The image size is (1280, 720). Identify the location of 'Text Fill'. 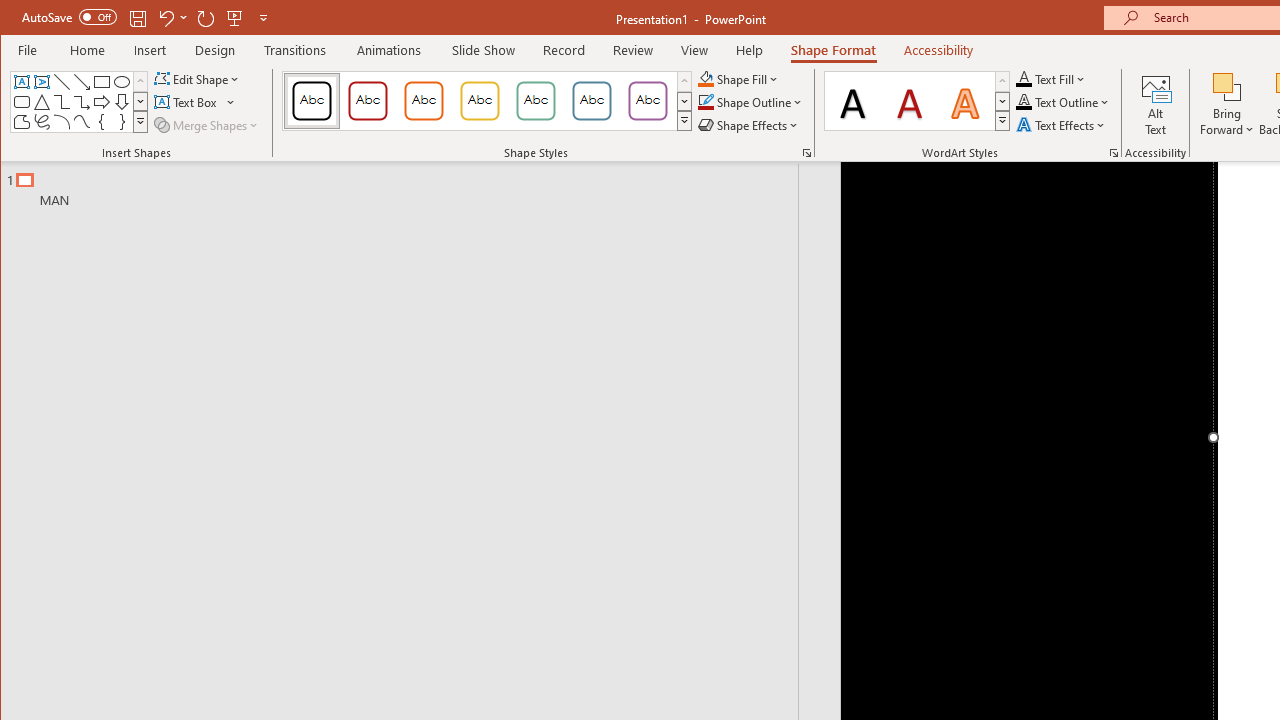
(1050, 78).